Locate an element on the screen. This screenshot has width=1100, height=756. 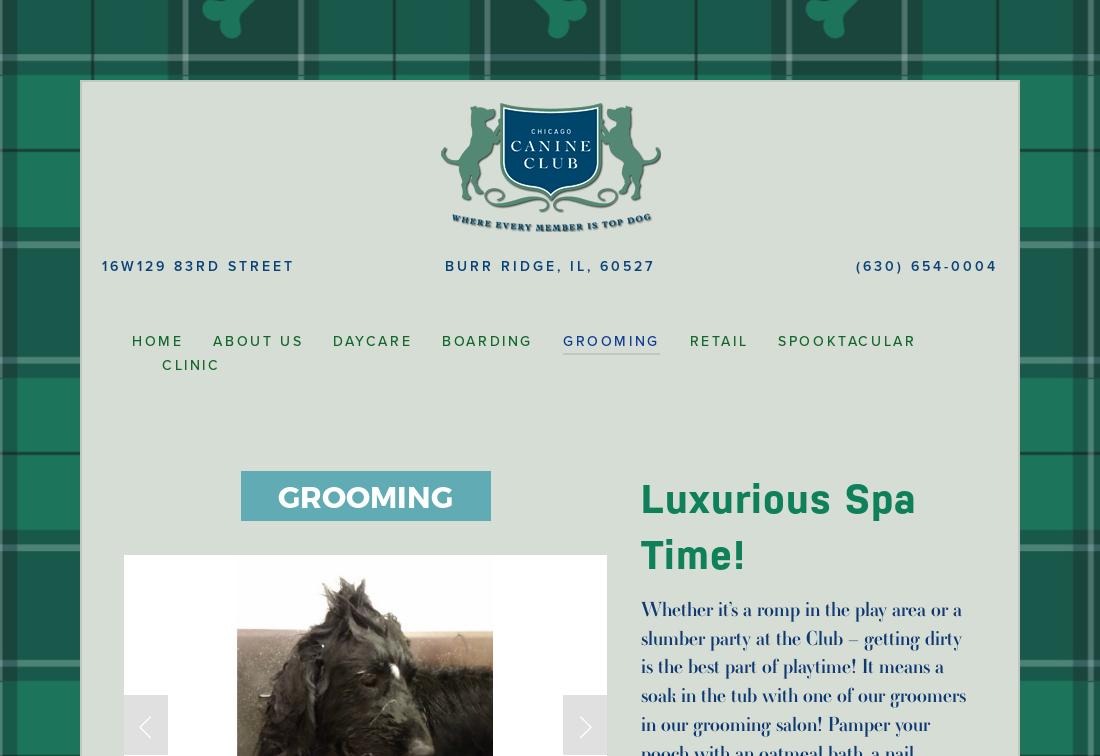
'(630) 654-0004' is located at coordinates (925, 266).